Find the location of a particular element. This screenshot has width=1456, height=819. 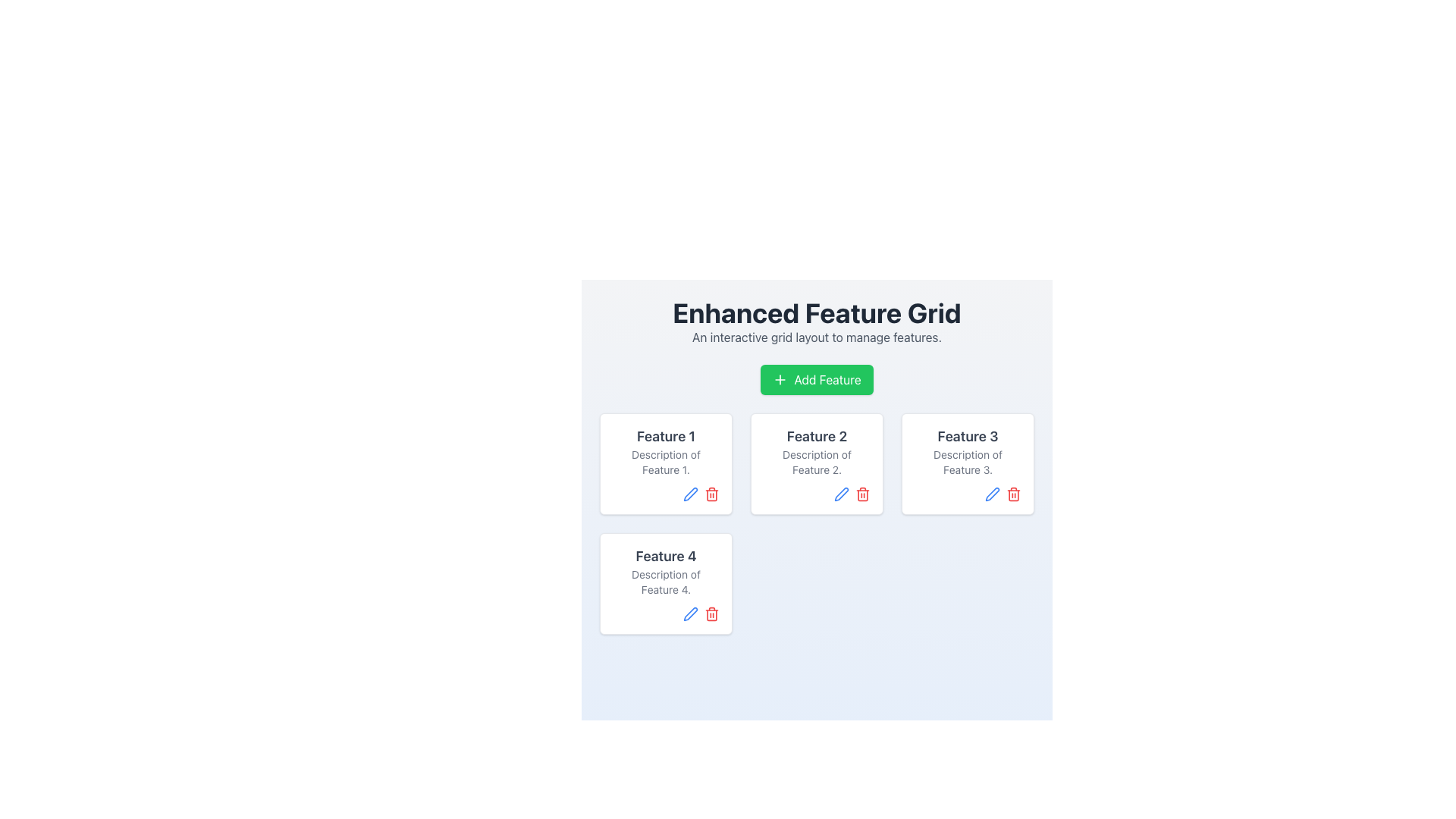

the button that adds a new feature to the grid, located at the top center below the 'Enhanced Feature Grid' title is located at coordinates (816, 379).